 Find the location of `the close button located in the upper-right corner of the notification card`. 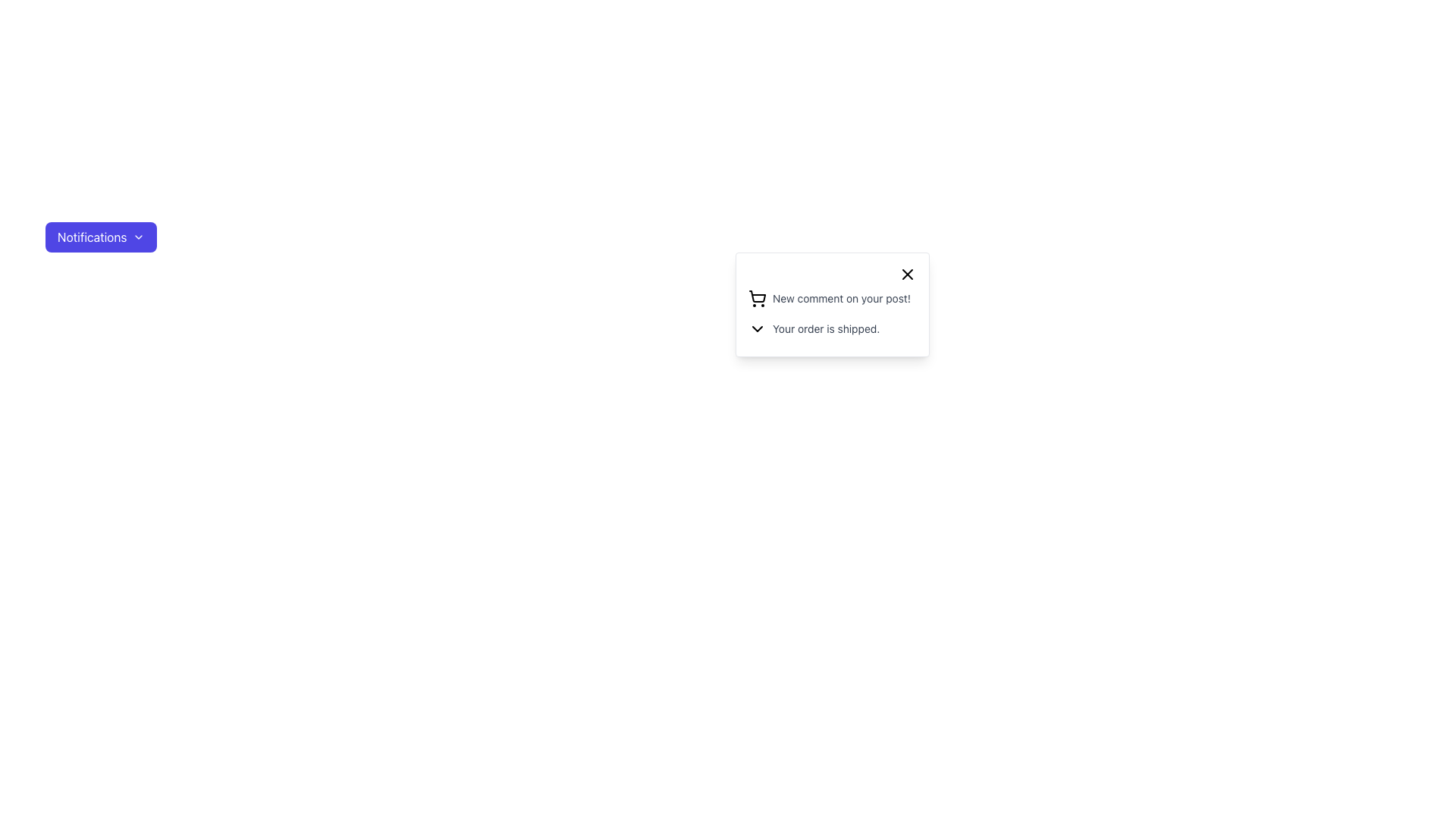

the close button located in the upper-right corner of the notification card is located at coordinates (907, 275).